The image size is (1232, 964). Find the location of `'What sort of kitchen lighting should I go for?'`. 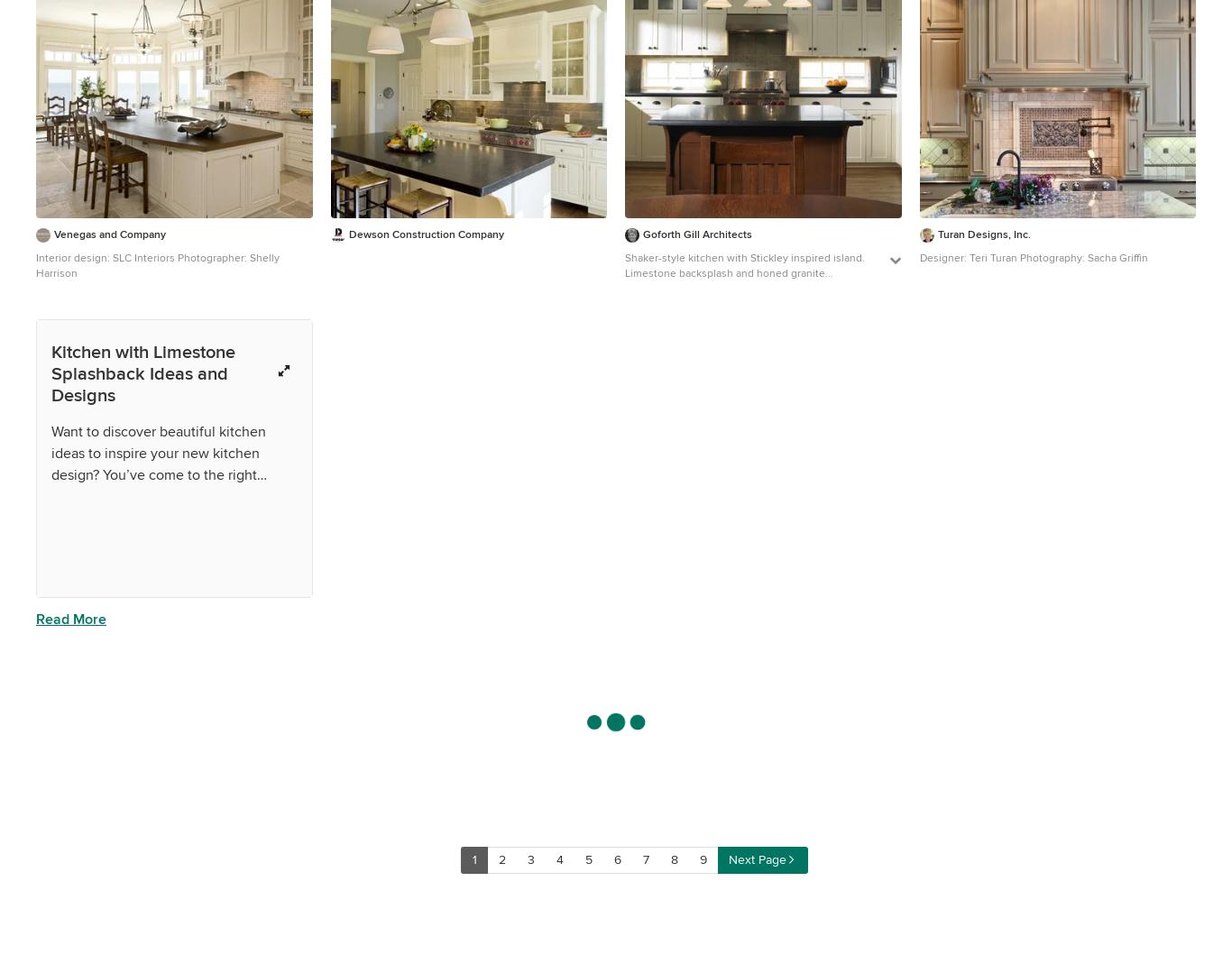

'What sort of kitchen lighting should I go for?' is located at coordinates (51, 804).